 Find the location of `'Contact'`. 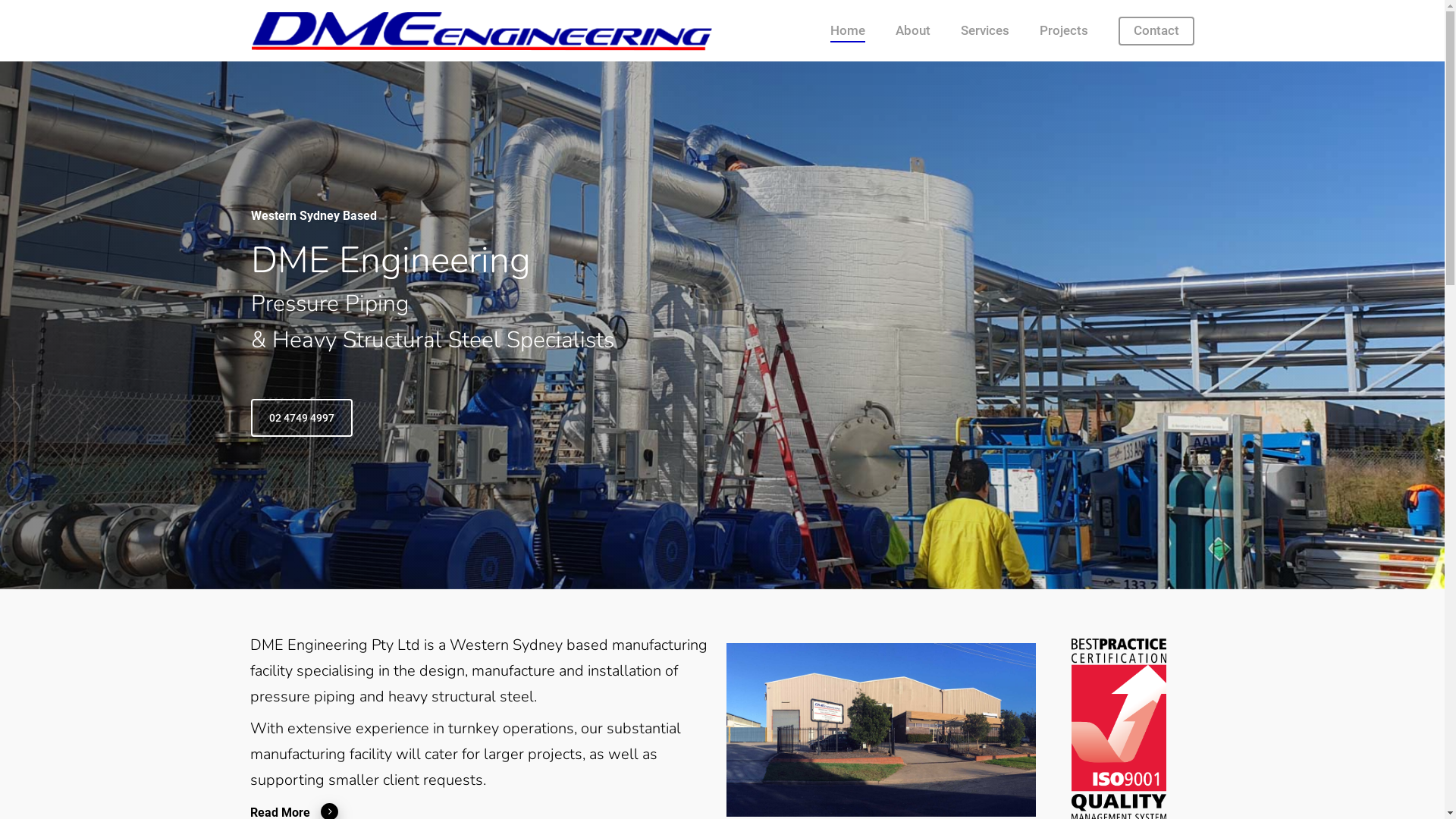

'Contact' is located at coordinates (1156, 30).